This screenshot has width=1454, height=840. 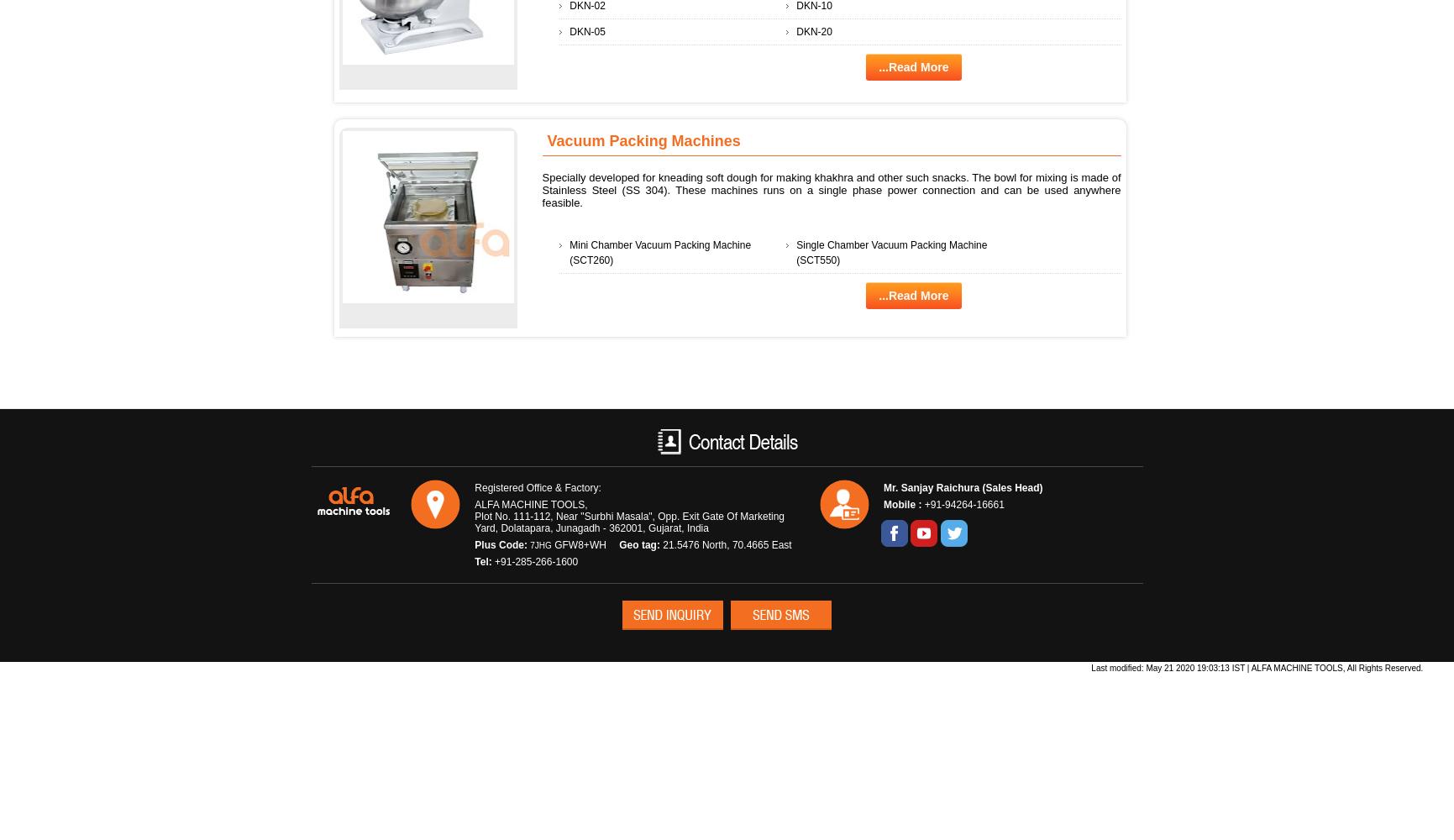 What do you see at coordinates (586, 31) in the screenshot?
I see `'DKN-05'` at bounding box center [586, 31].